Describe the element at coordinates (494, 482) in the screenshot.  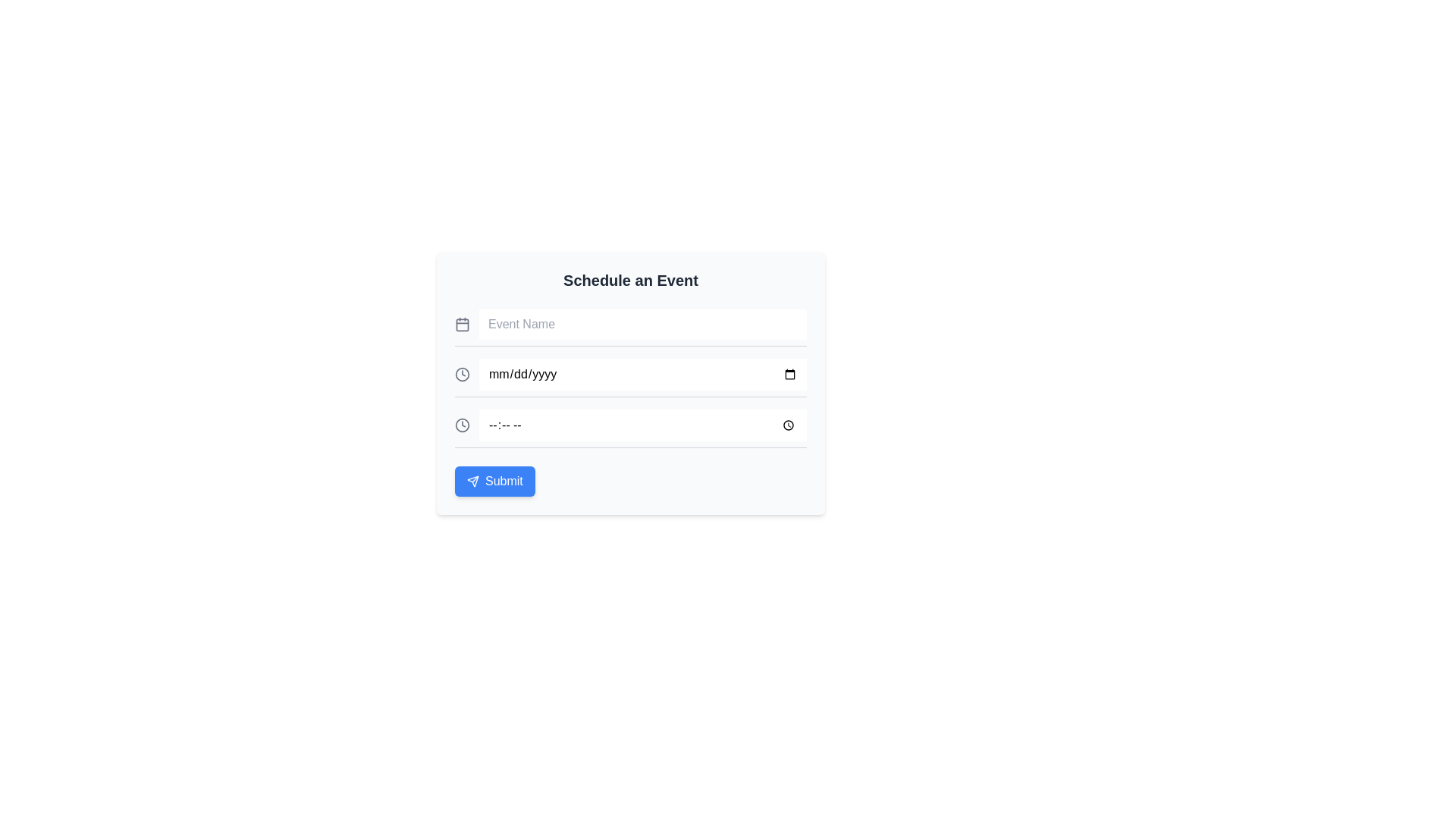
I see `the 'Submit' button with a blue background and white text to observe any interactive hover effects` at that location.